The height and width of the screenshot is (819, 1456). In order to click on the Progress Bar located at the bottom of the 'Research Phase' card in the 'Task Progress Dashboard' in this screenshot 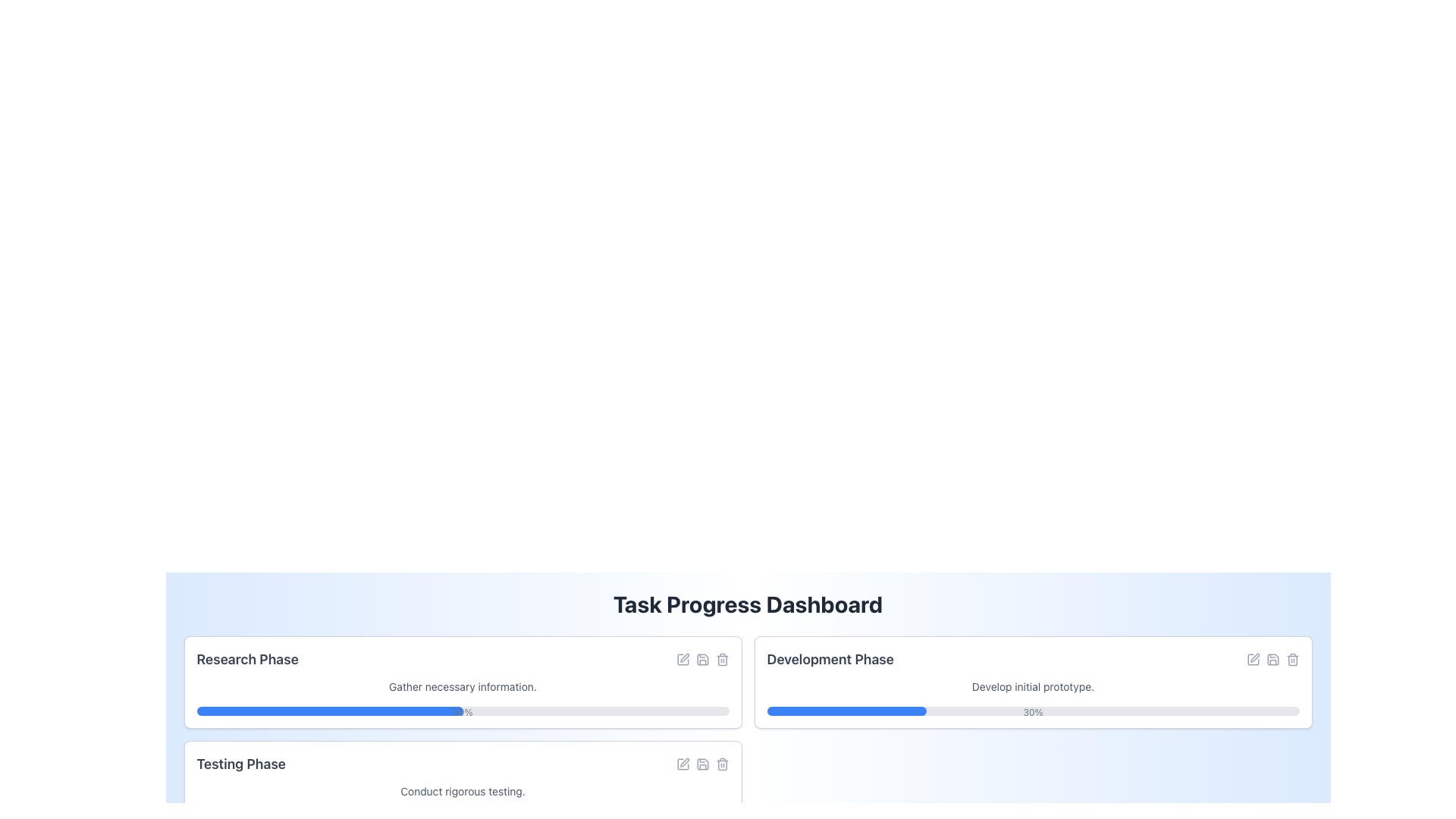, I will do `click(462, 711)`.